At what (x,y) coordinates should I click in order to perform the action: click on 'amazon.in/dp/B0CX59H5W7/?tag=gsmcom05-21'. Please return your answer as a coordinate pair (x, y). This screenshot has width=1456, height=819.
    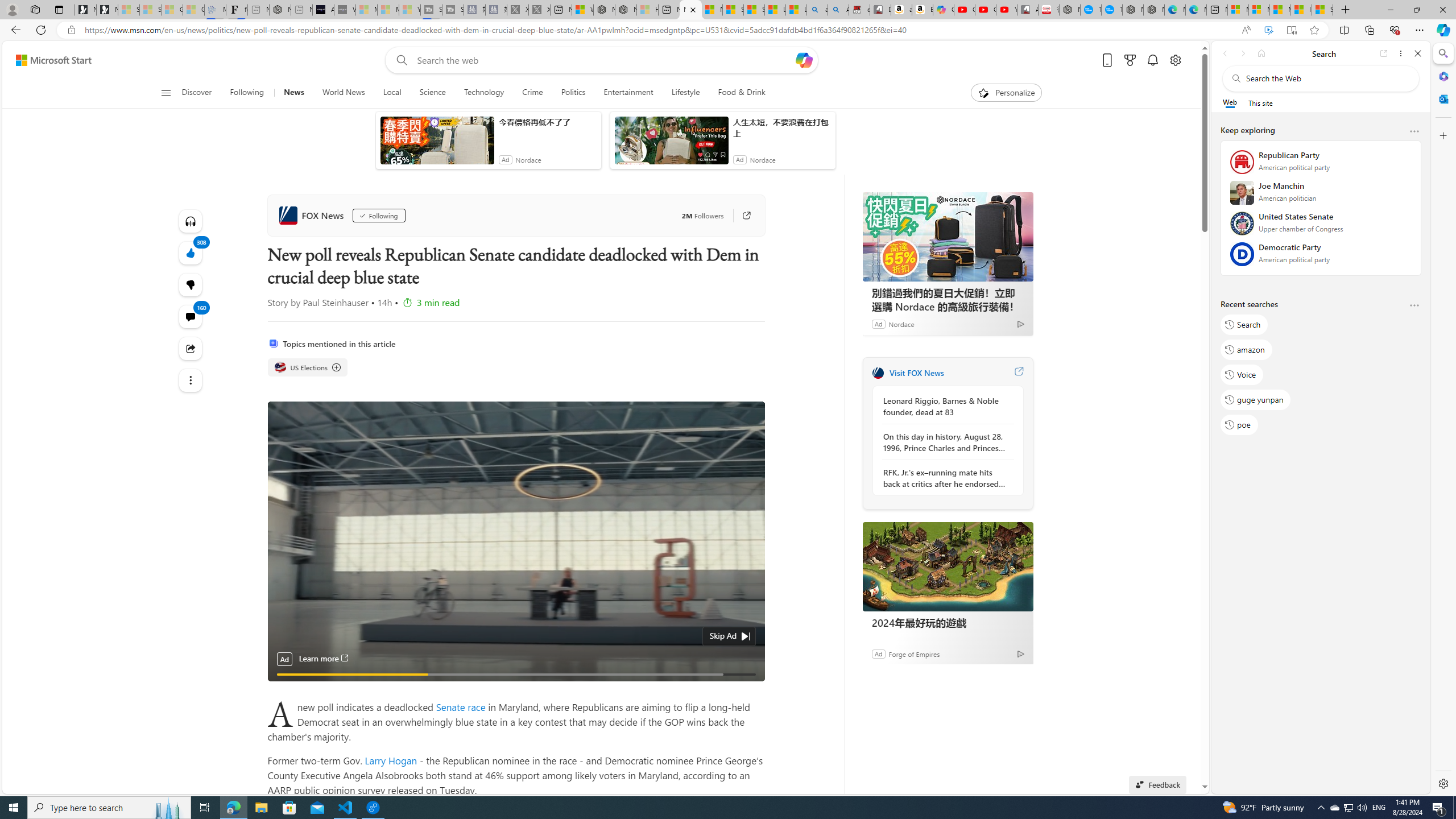
    Looking at the image, I should click on (901, 9).